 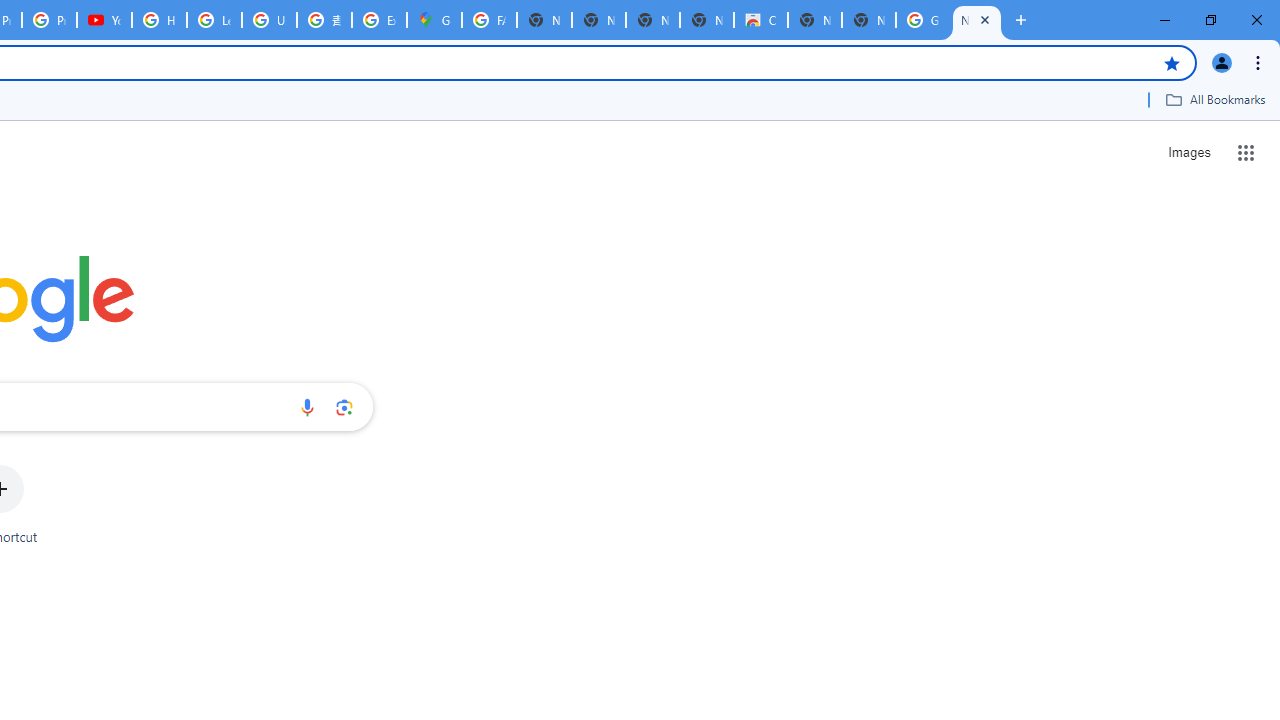 I want to click on 'Google Maps', so click(x=433, y=20).